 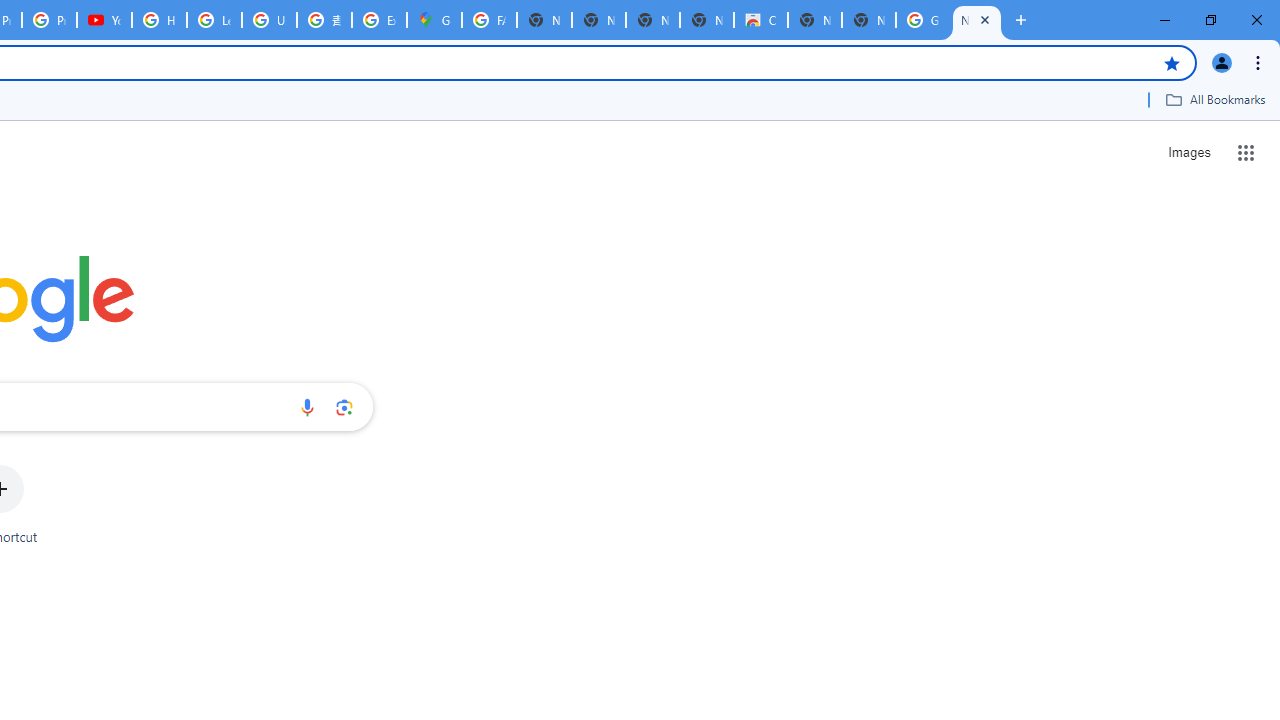 I want to click on 'Google Maps', so click(x=433, y=20).